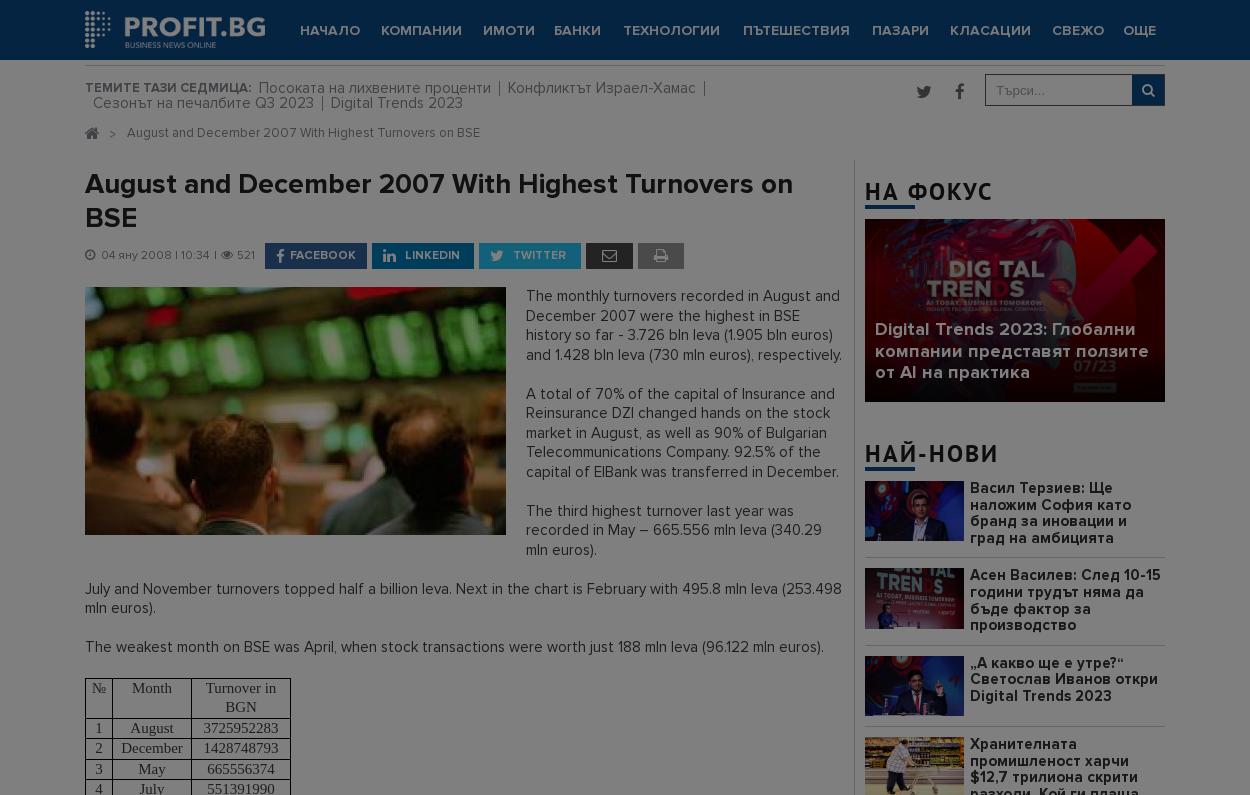  What do you see at coordinates (151, 767) in the screenshot?
I see `'May'` at bounding box center [151, 767].